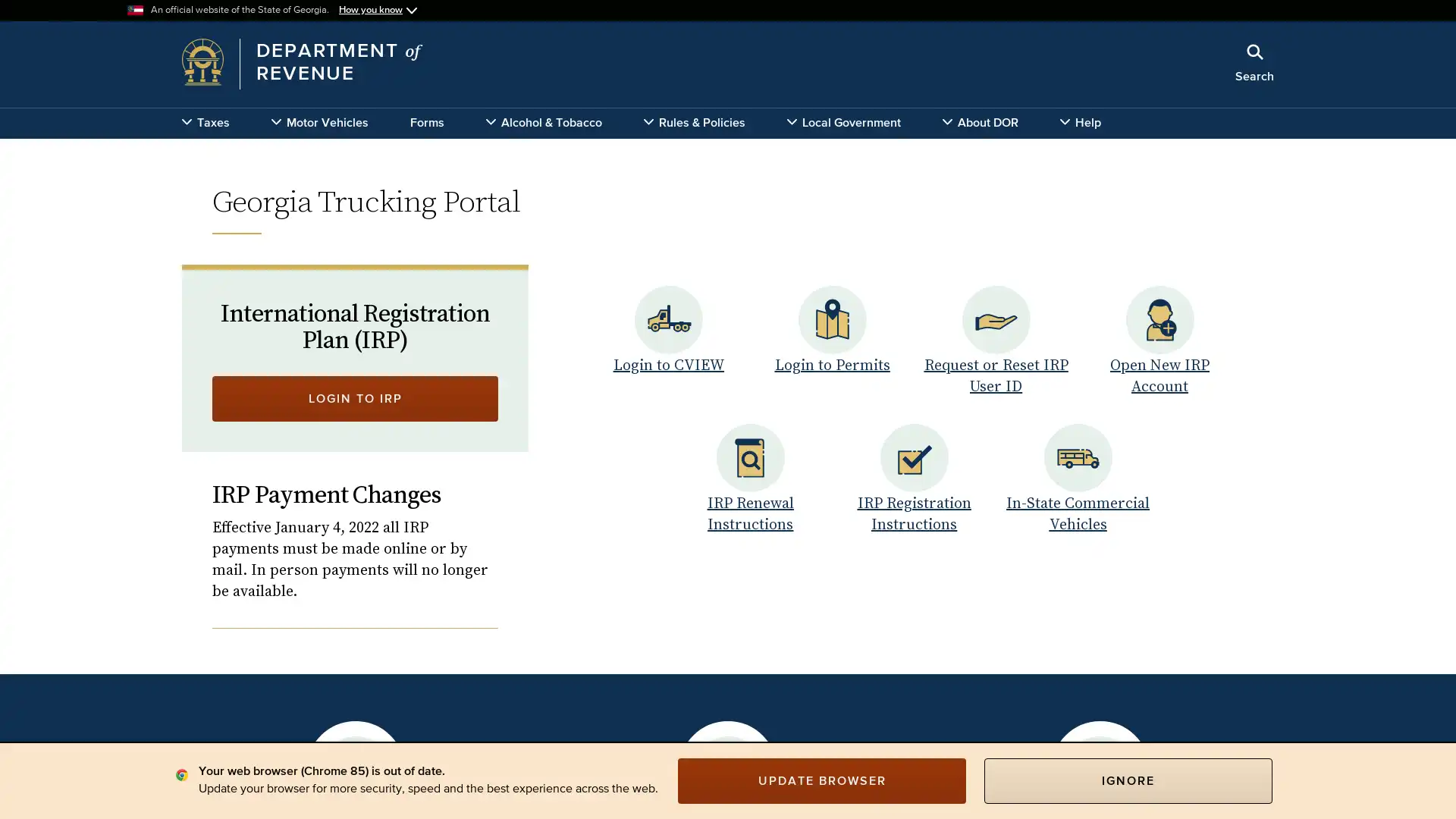 The height and width of the screenshot is (819, 1456). I want to click on Search, so click(1193, 213).